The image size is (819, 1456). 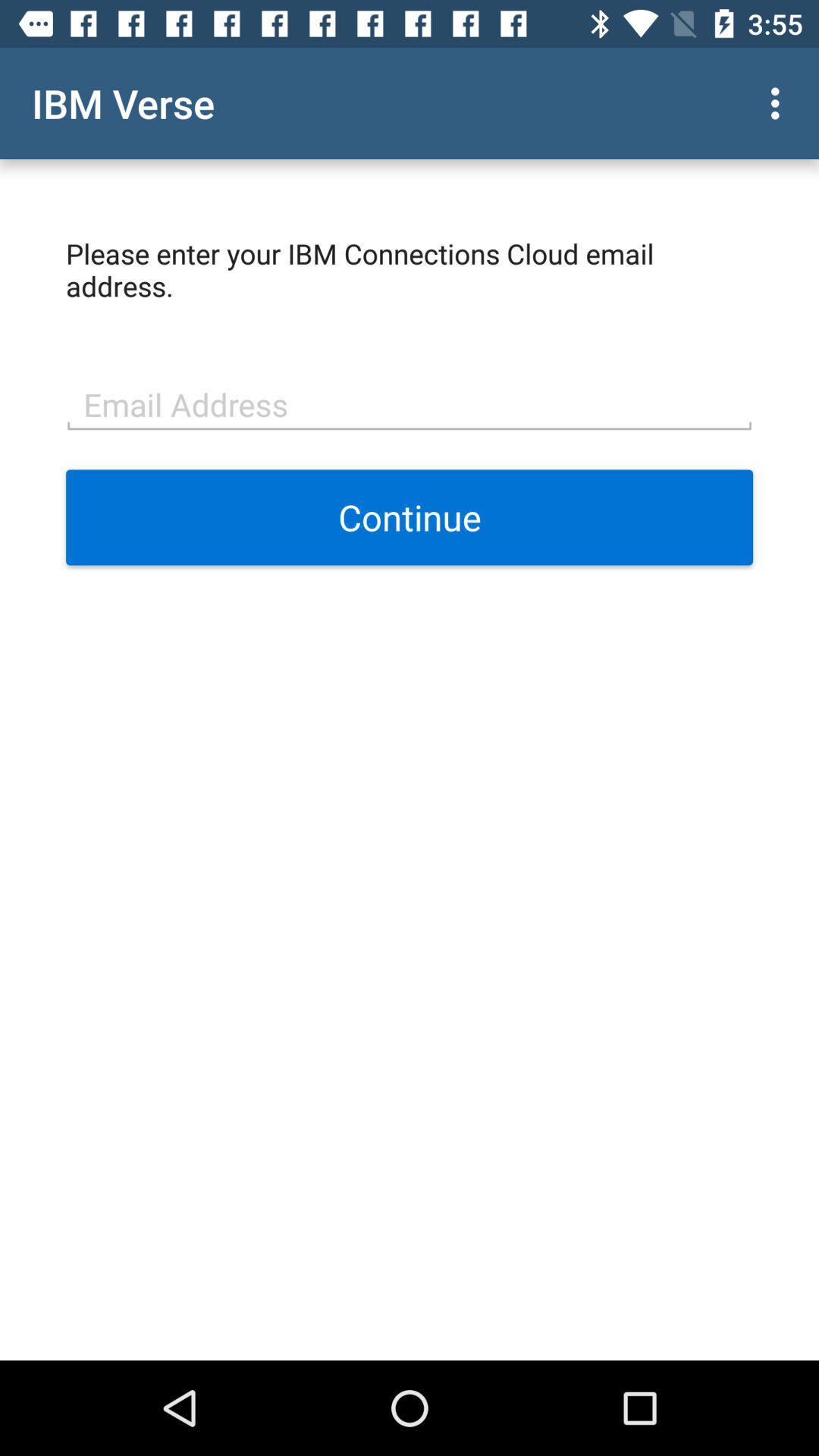 I want to click on item below please enter your item, so click(x=409, y=403).